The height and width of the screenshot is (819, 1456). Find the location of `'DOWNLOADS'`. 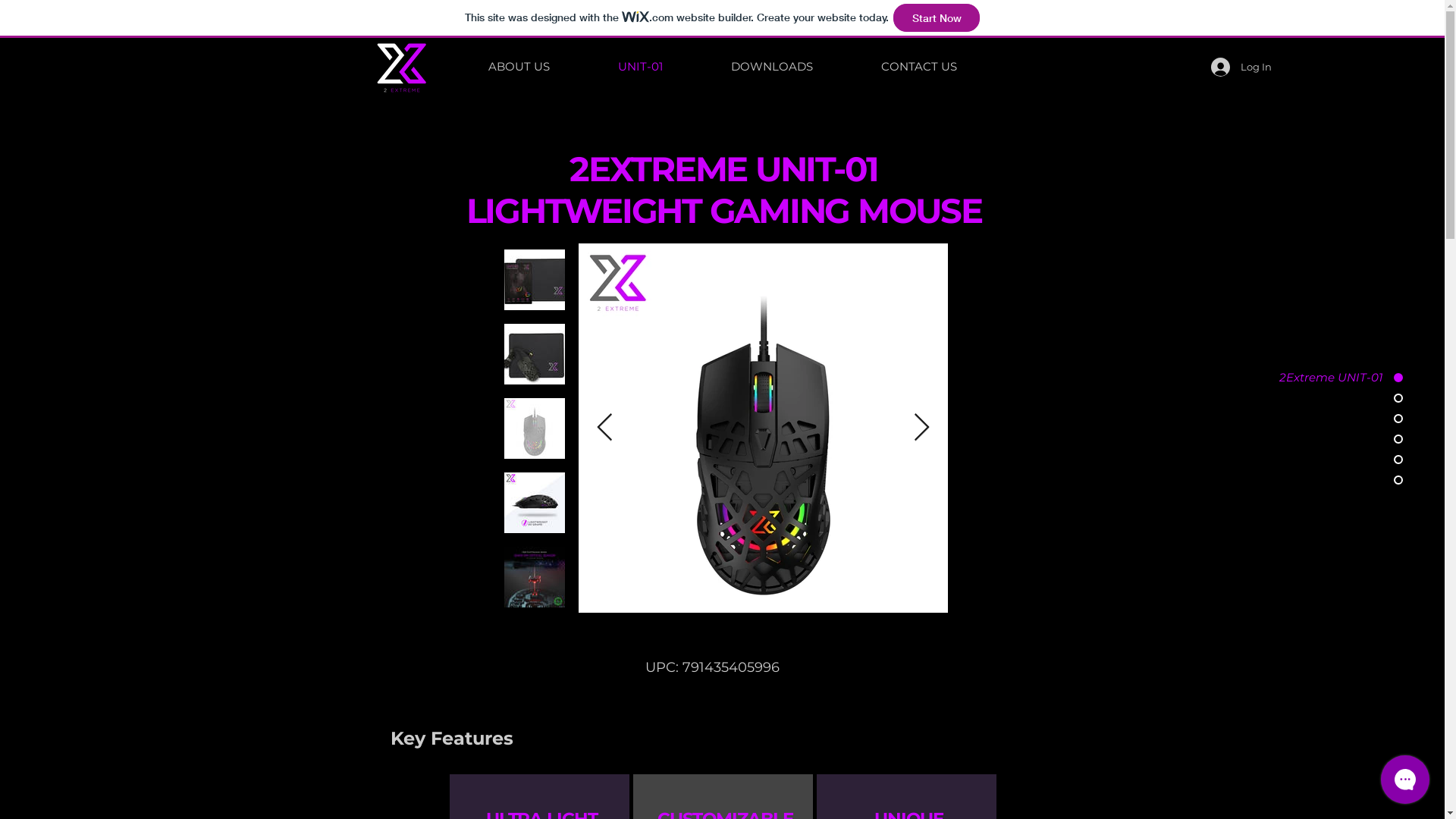

'DOWNLOADS' is located at coordinates (771, 66).